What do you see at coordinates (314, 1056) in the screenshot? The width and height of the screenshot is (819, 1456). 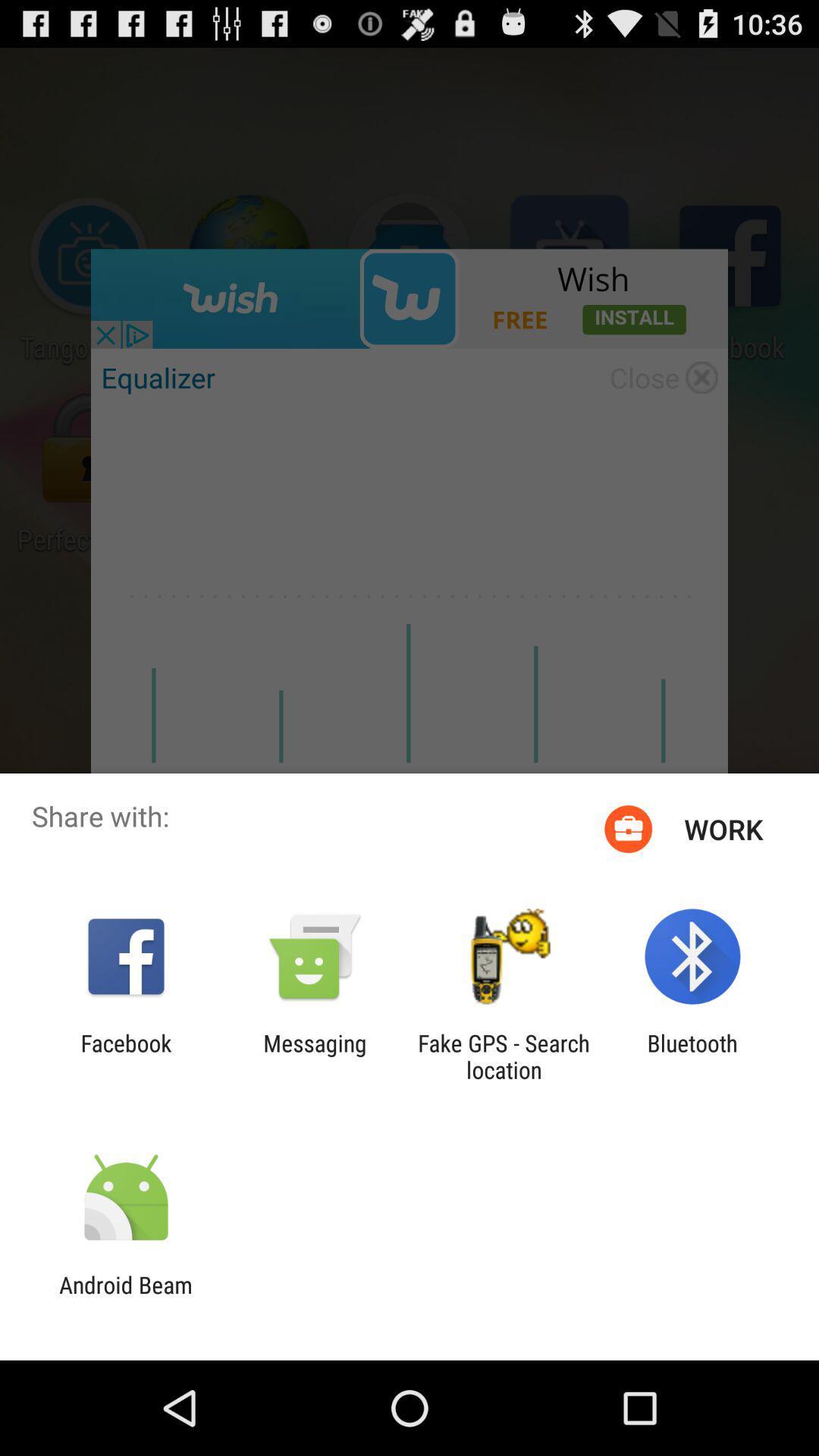 I see `item next to fake gps search item` at bounding box center [314, 1056].